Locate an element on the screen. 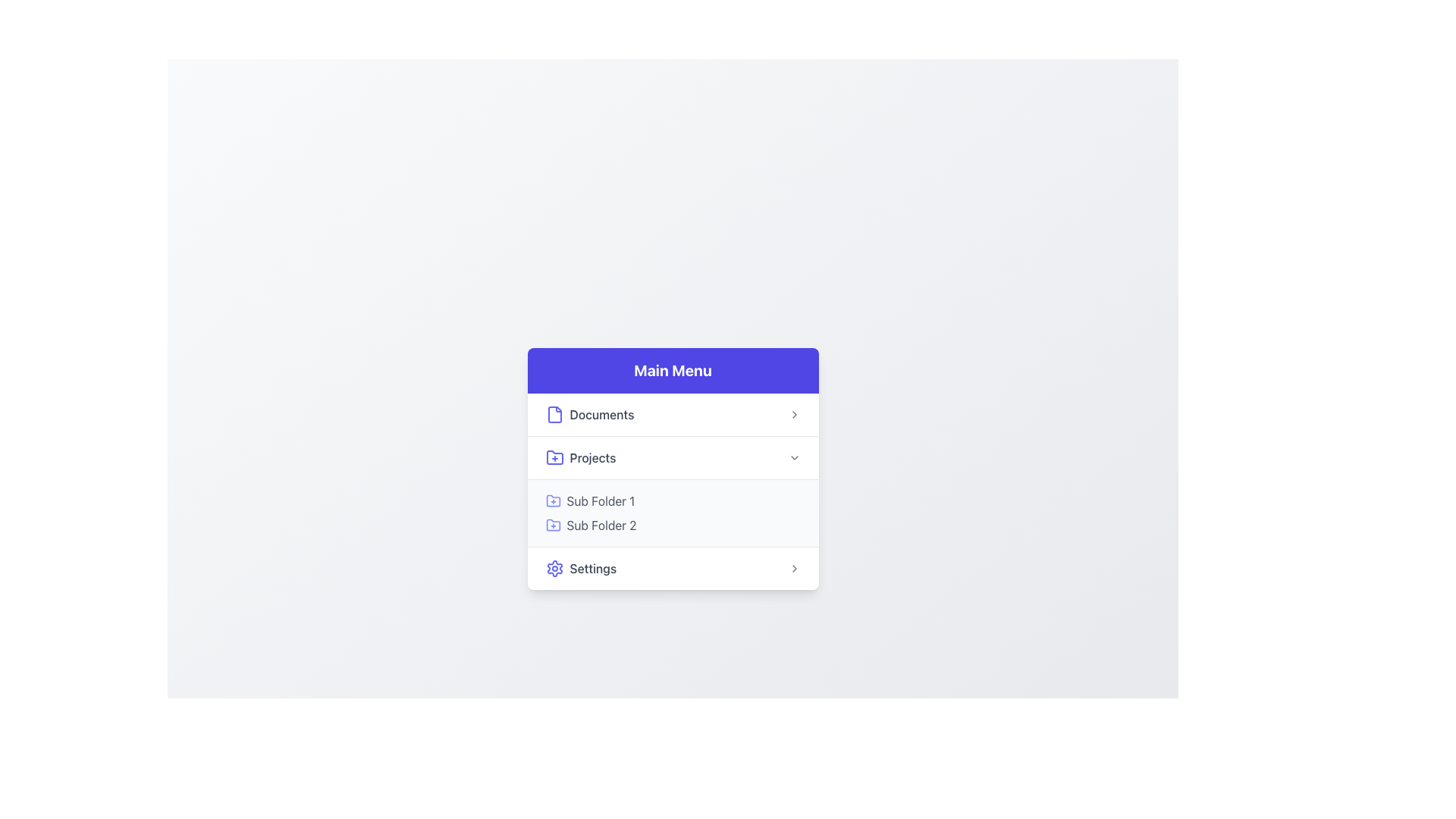 The width and height of the screenshot is (1456, 819). the right chevron icon, which is styled in a thin, dark gray stroke and located to the far right of the 'Documents' label in the main menu is located at coordinates (793, 414).